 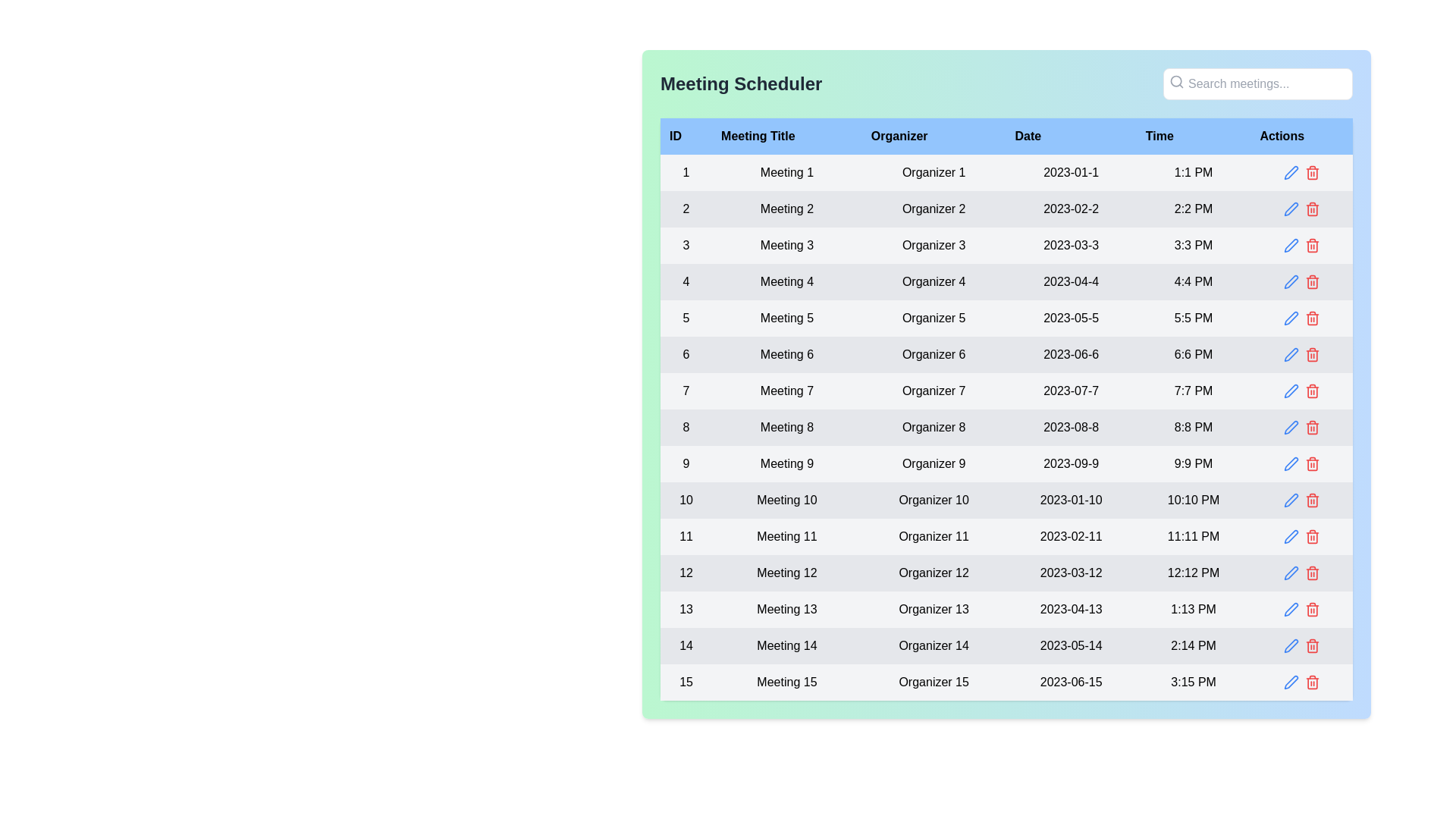 What do you see at coordinates (1311, 681) in the screenshot?
I see `the red trash bin icon in the 'Actions' column corresponding to the meeting scheduled at '3:15 PM' on '2023-06-15'` at bounding box center [1311, 681].